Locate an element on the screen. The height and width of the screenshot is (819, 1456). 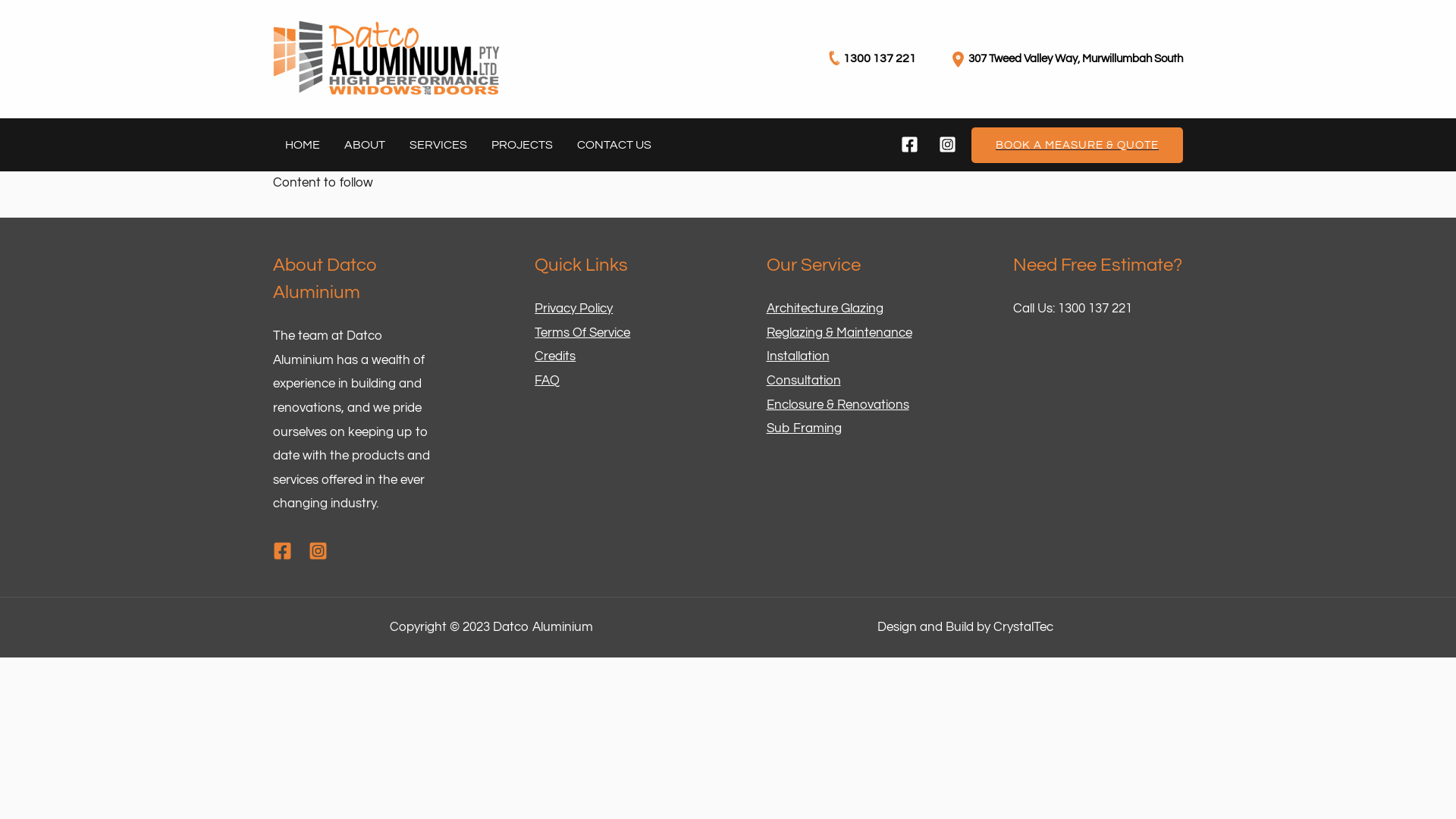
'SERVICES' is located at coordinates (437, 145).